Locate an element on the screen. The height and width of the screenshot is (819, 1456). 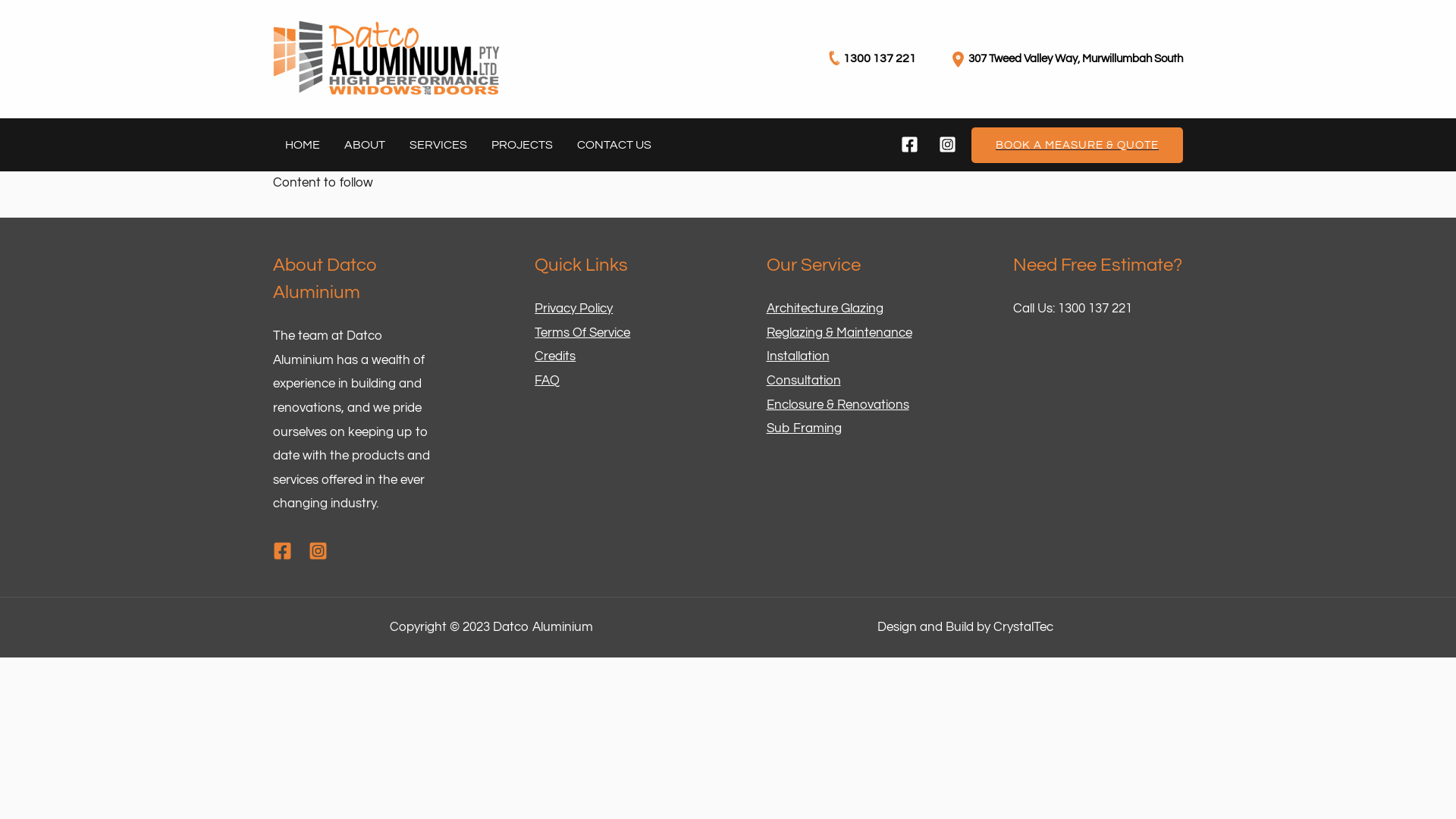
'SERVICES' is located at coordinates (437, 145).